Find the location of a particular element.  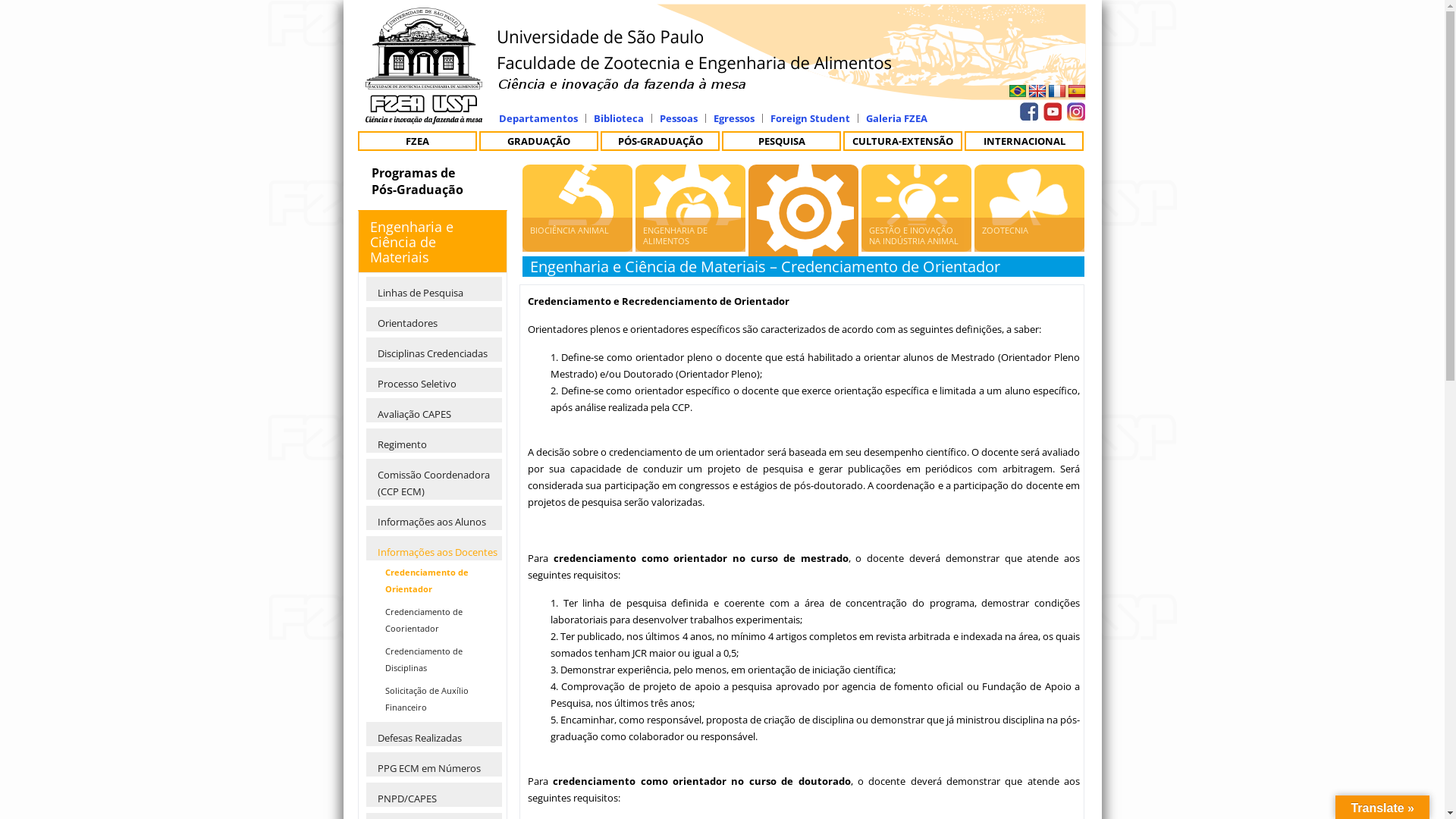

'FZEA-USP' is located at coordinates (423, 116).